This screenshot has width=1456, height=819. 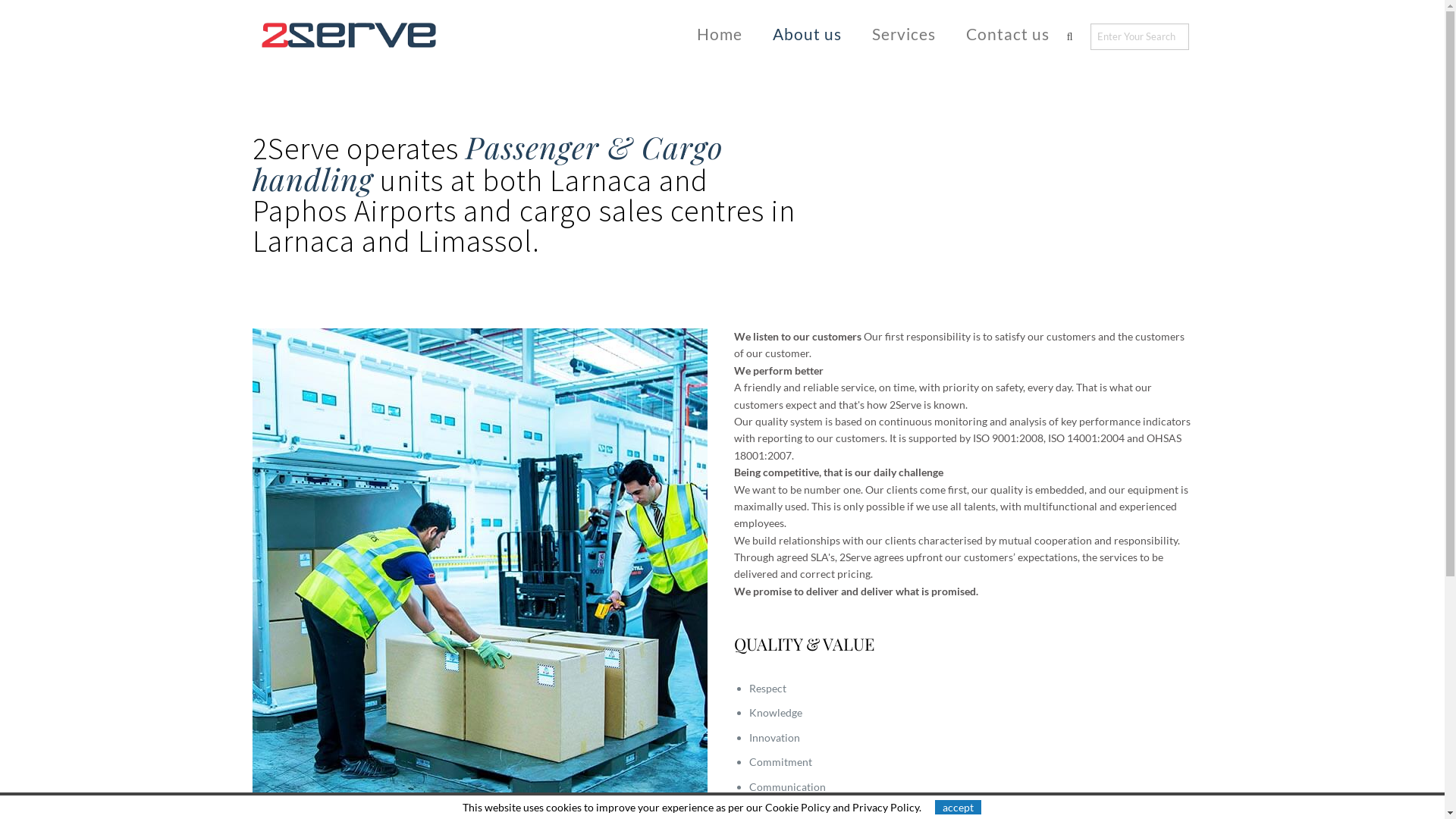 What do you see at coordinates (957, 806) in the screenshot?
I see `'accept'` at bounding box center [957, 806].